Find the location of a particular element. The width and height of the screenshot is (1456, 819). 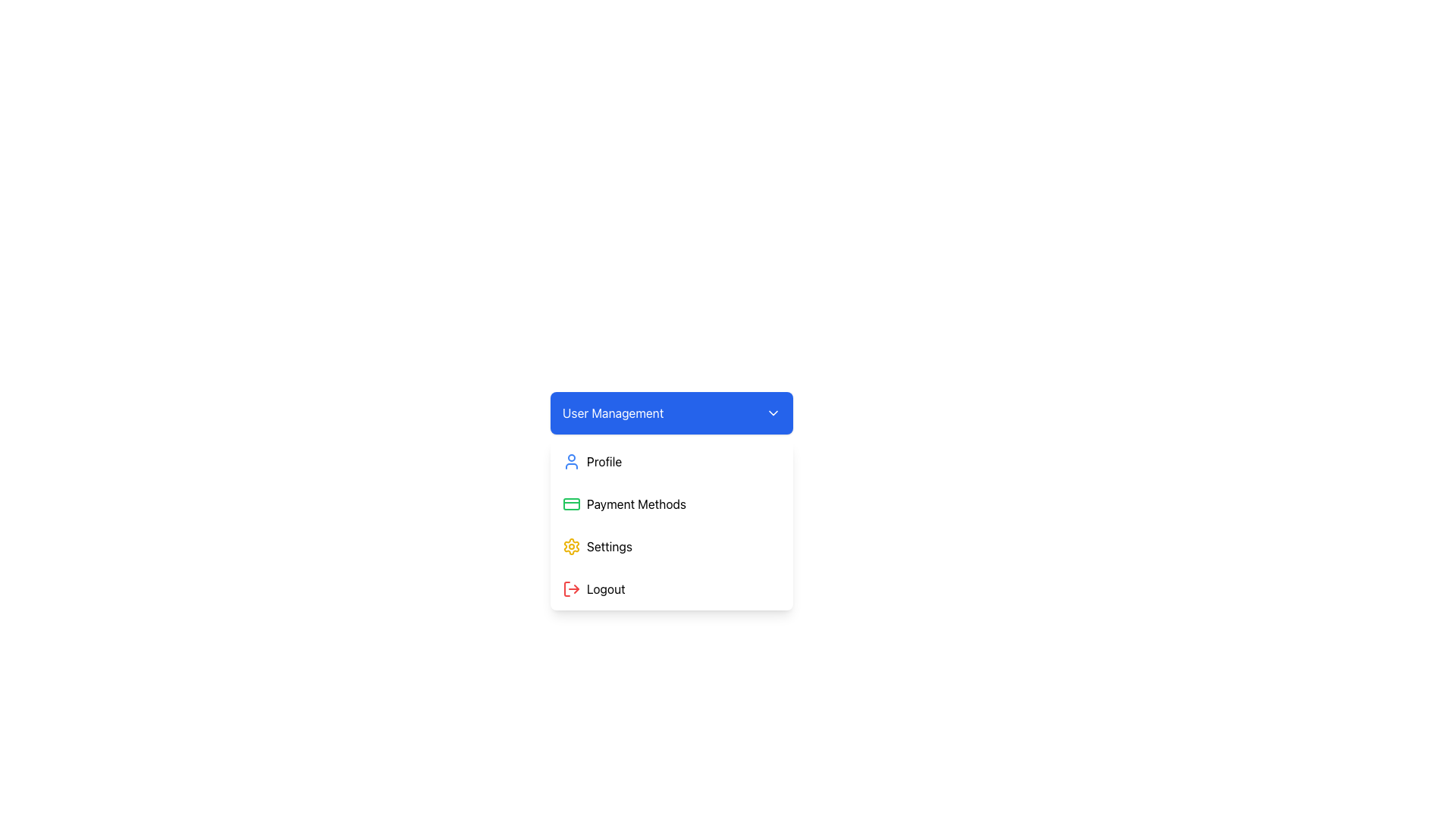

the logout button located at the bottom of the 'User Management' dropdown menu is located at coordinates (605, 588).